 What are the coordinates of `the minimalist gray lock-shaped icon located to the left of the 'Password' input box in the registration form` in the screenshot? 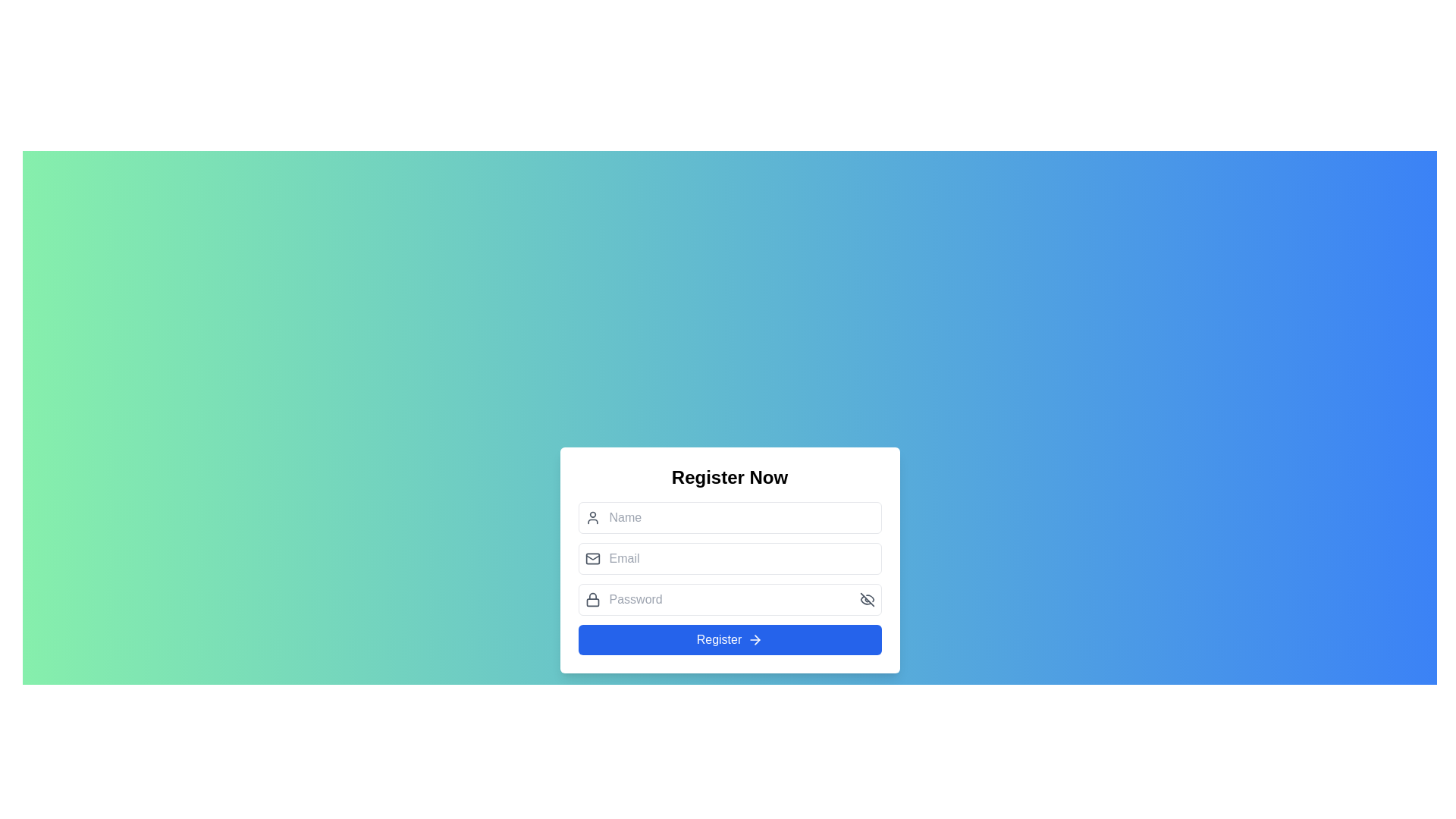 It's located at (591, 598).